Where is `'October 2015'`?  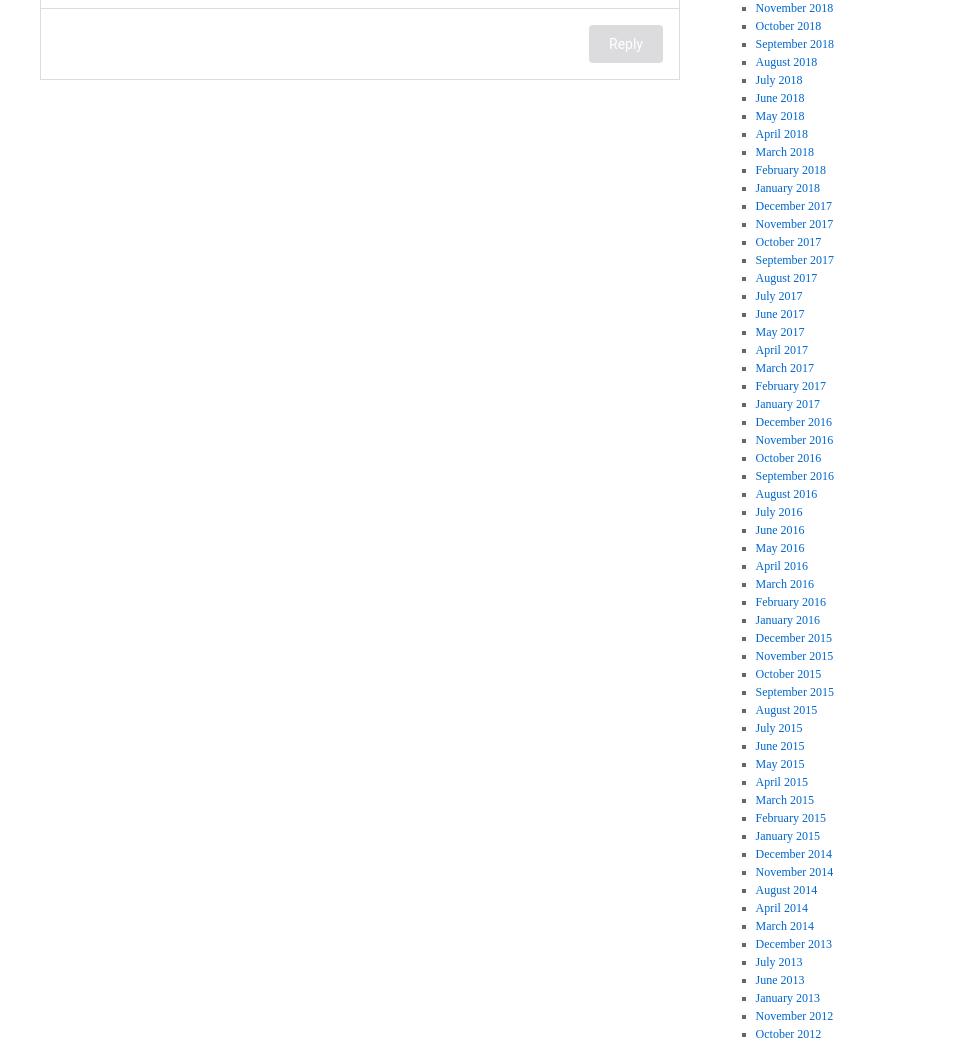 'October 2015' is located at coordinates (788, 673).